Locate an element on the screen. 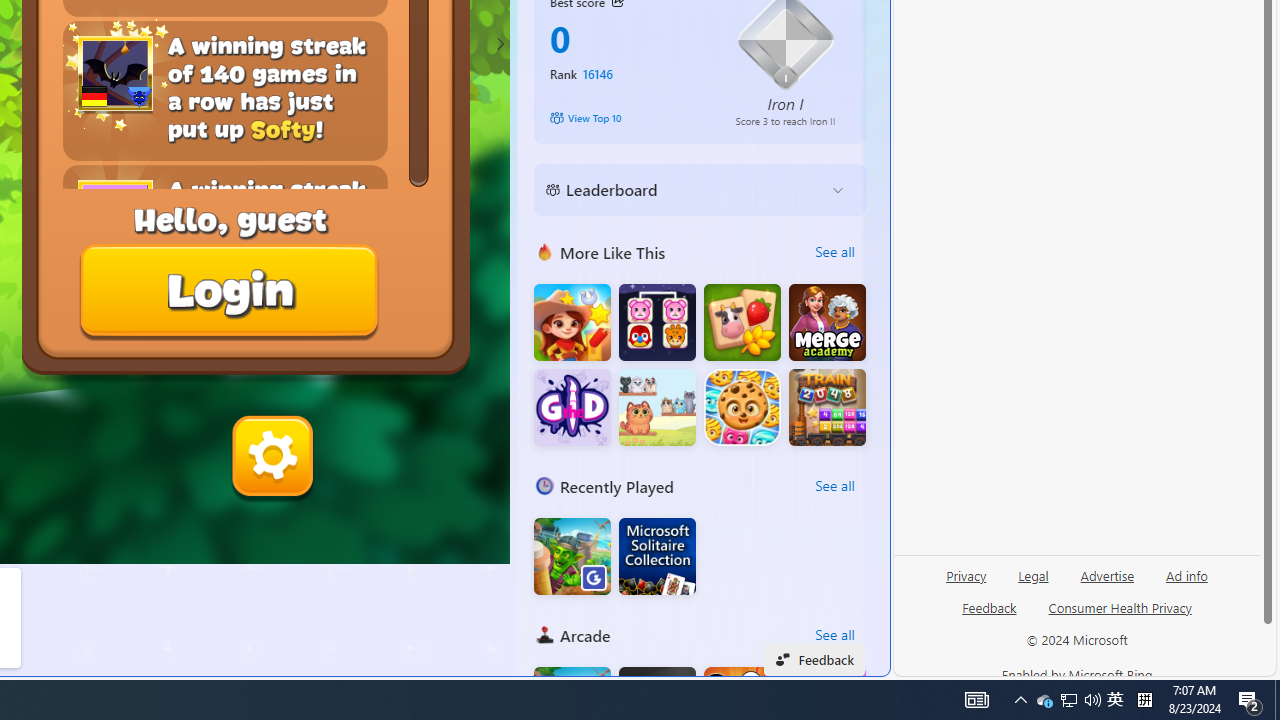  'Train 2048' is located at coordinates (827, 406).